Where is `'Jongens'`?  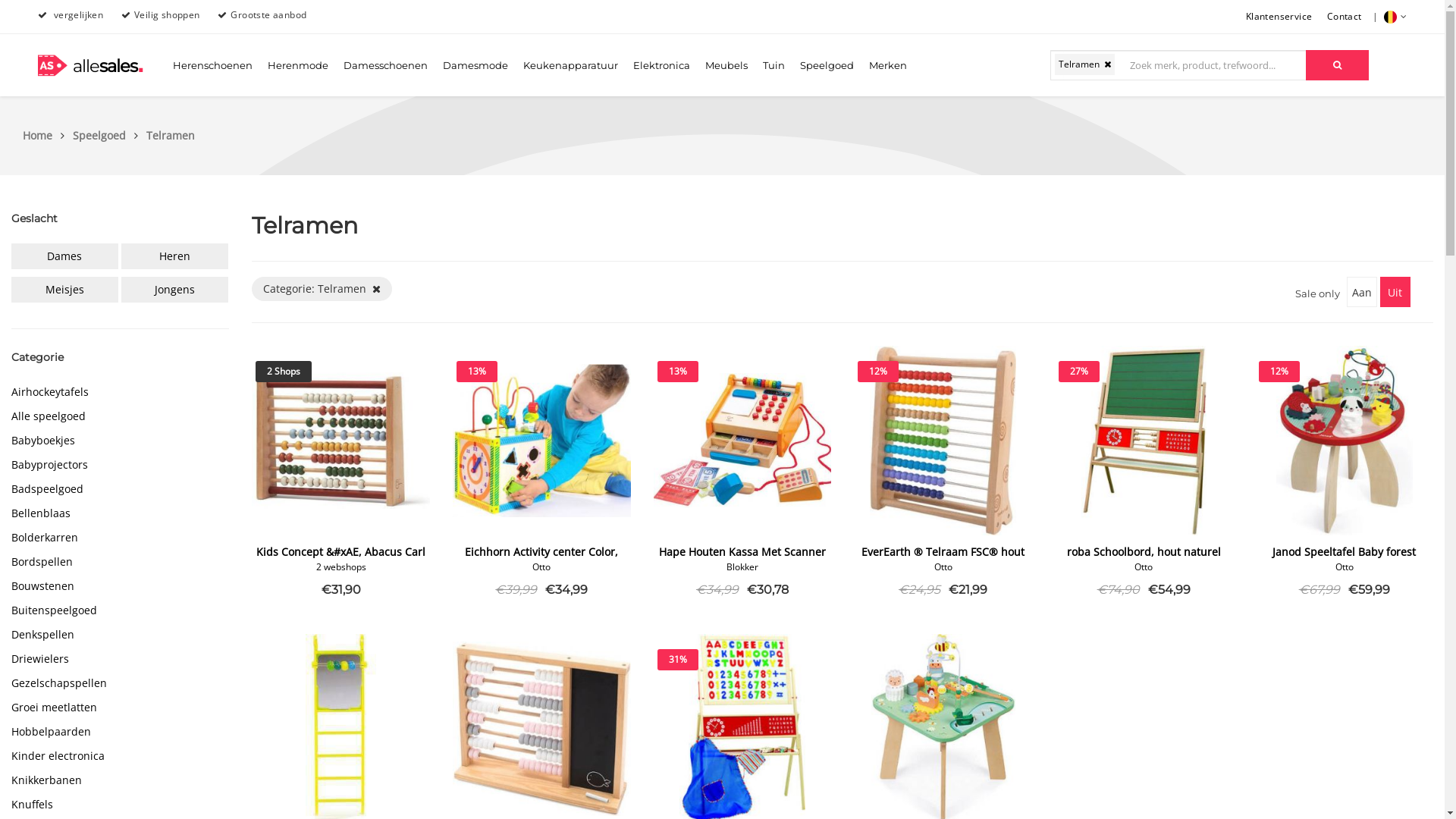
'Jongens' is located at coordinates (174, 289).